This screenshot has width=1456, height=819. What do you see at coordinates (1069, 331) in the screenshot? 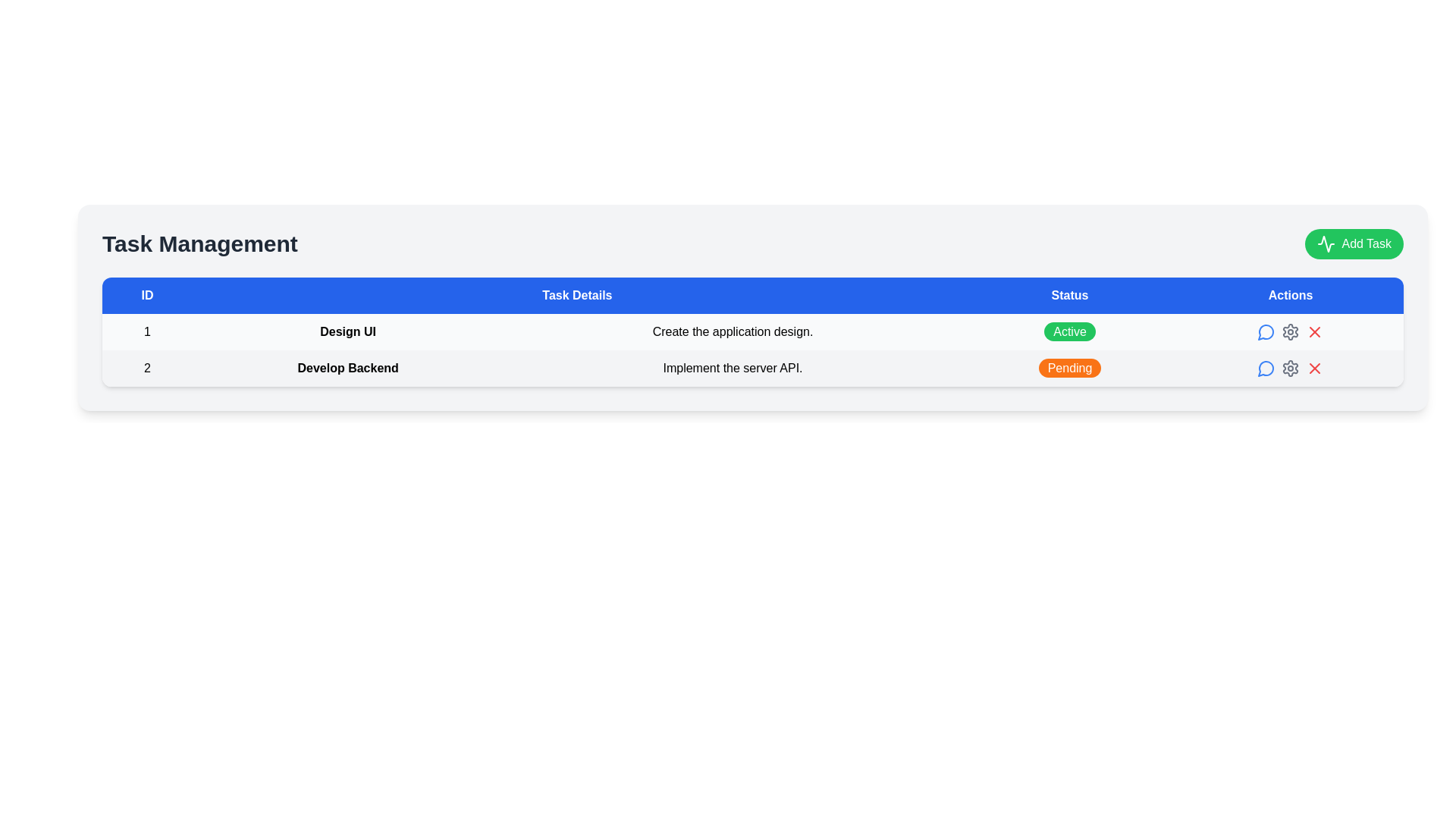
I see `the Status badge, which is a small oval-shaped element with a green background and the text 'Active' in white, located in the top row of the 'Status' column of a table` at bounding box center [1069, 331].